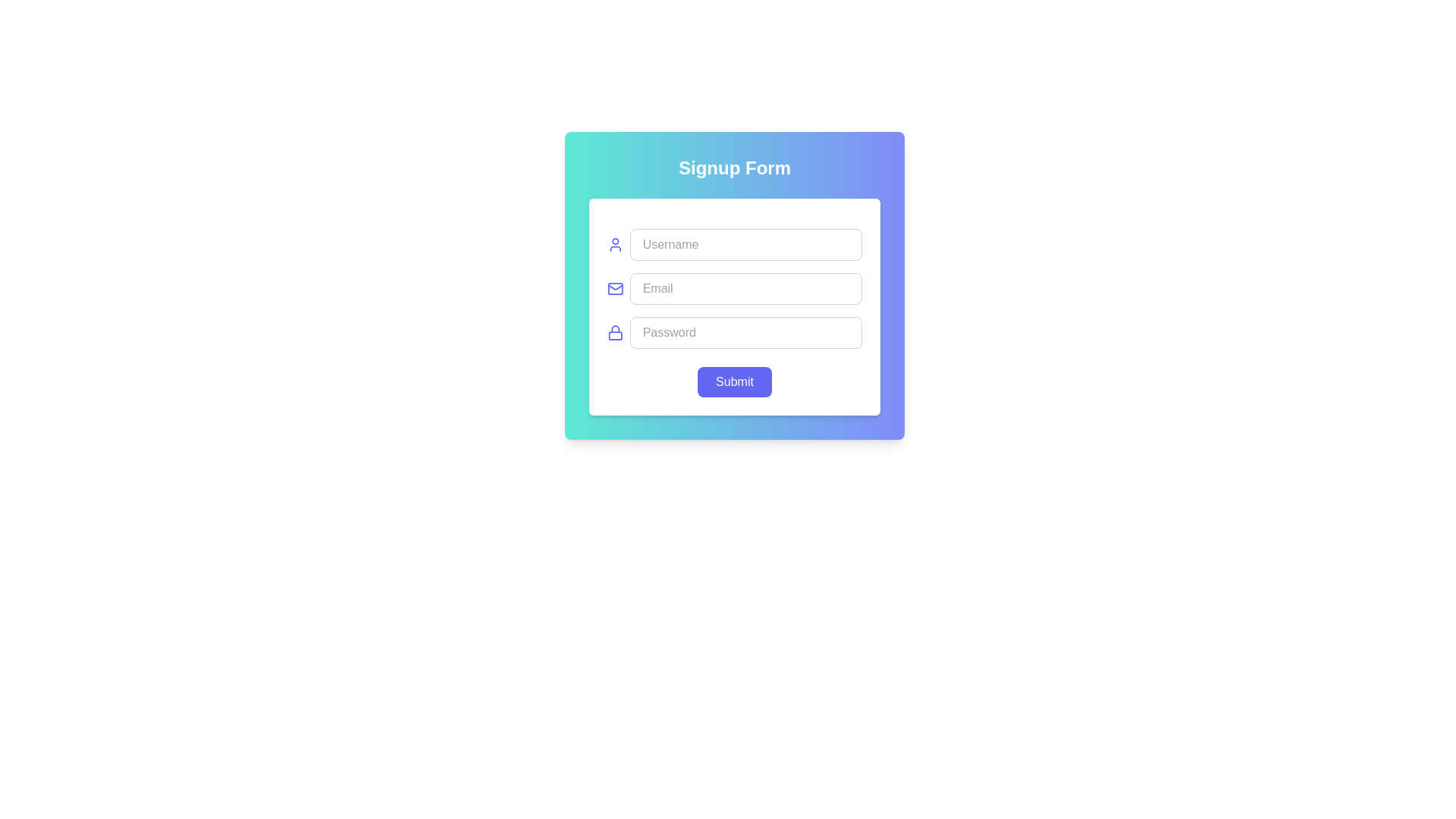  I want to click on the username input field located in the upper section of the signup form to focus on it, so click(745, 244).